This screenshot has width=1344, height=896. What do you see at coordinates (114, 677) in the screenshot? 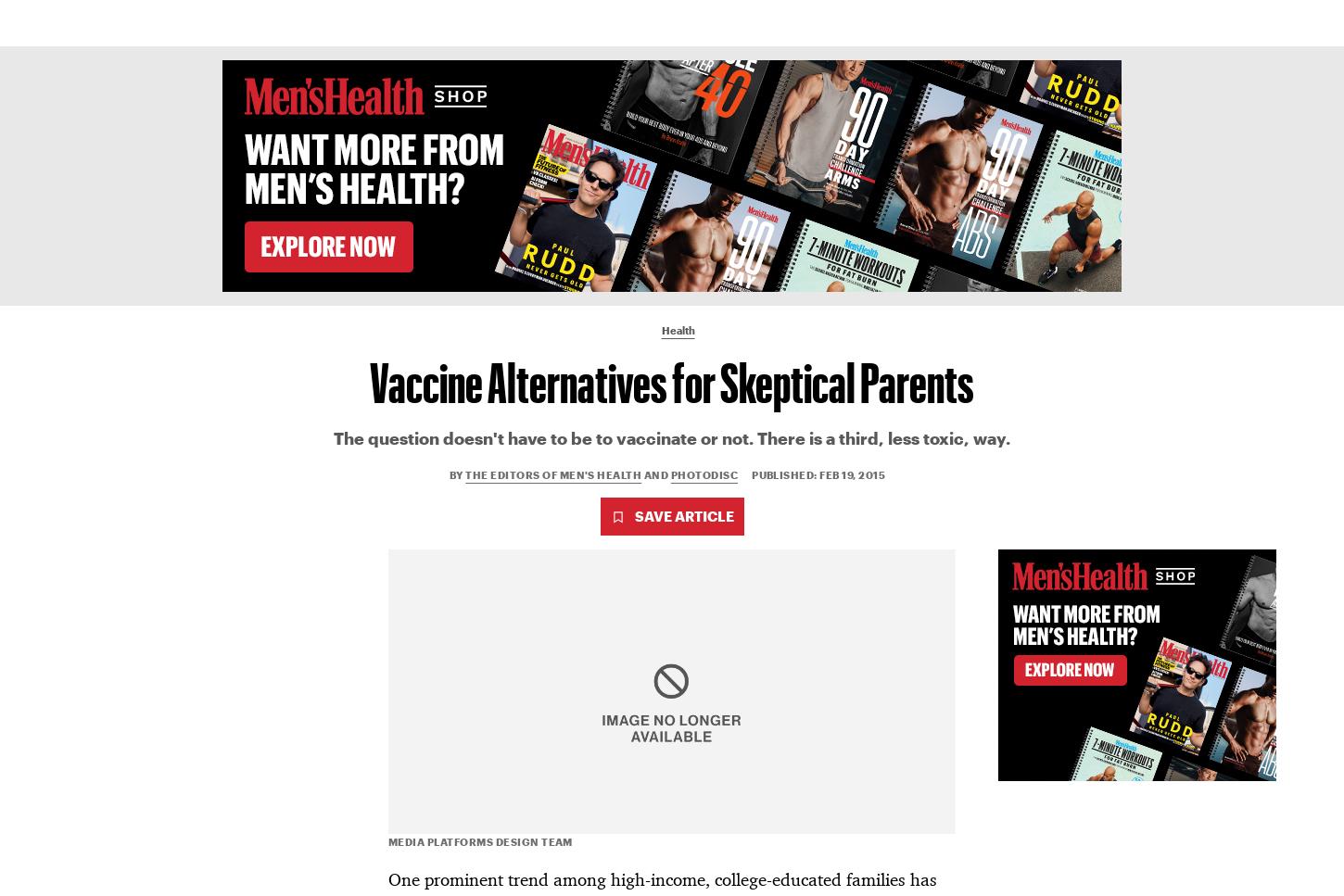
I see `'The School Shootings Principals Club'` at bounding box center [114, 677].